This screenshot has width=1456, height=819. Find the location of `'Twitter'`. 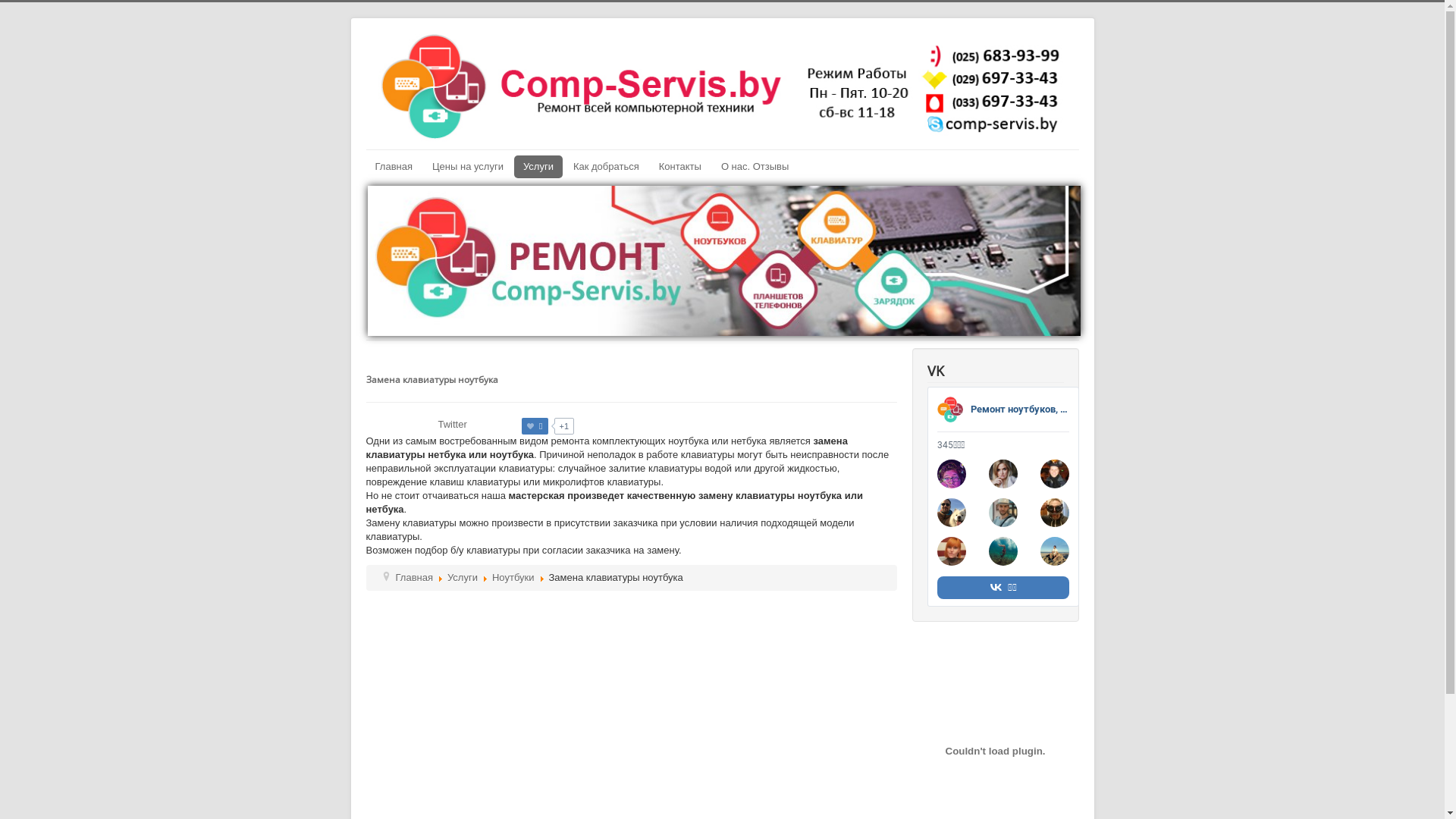

'Twitter' is located at coordinates (451, 424).